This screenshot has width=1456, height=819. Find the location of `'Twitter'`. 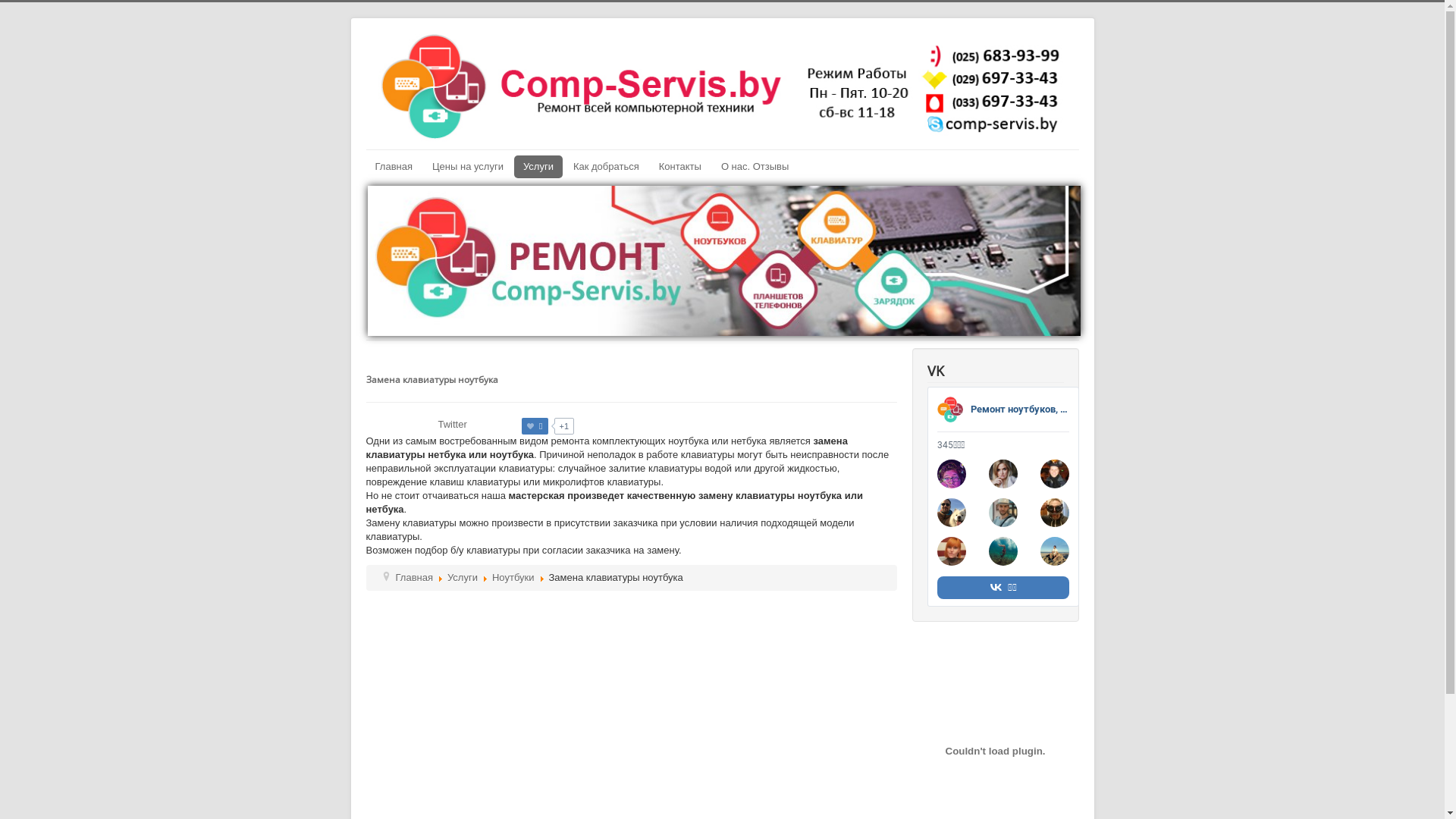

'Twitter' is located at coordinates (451, 424).